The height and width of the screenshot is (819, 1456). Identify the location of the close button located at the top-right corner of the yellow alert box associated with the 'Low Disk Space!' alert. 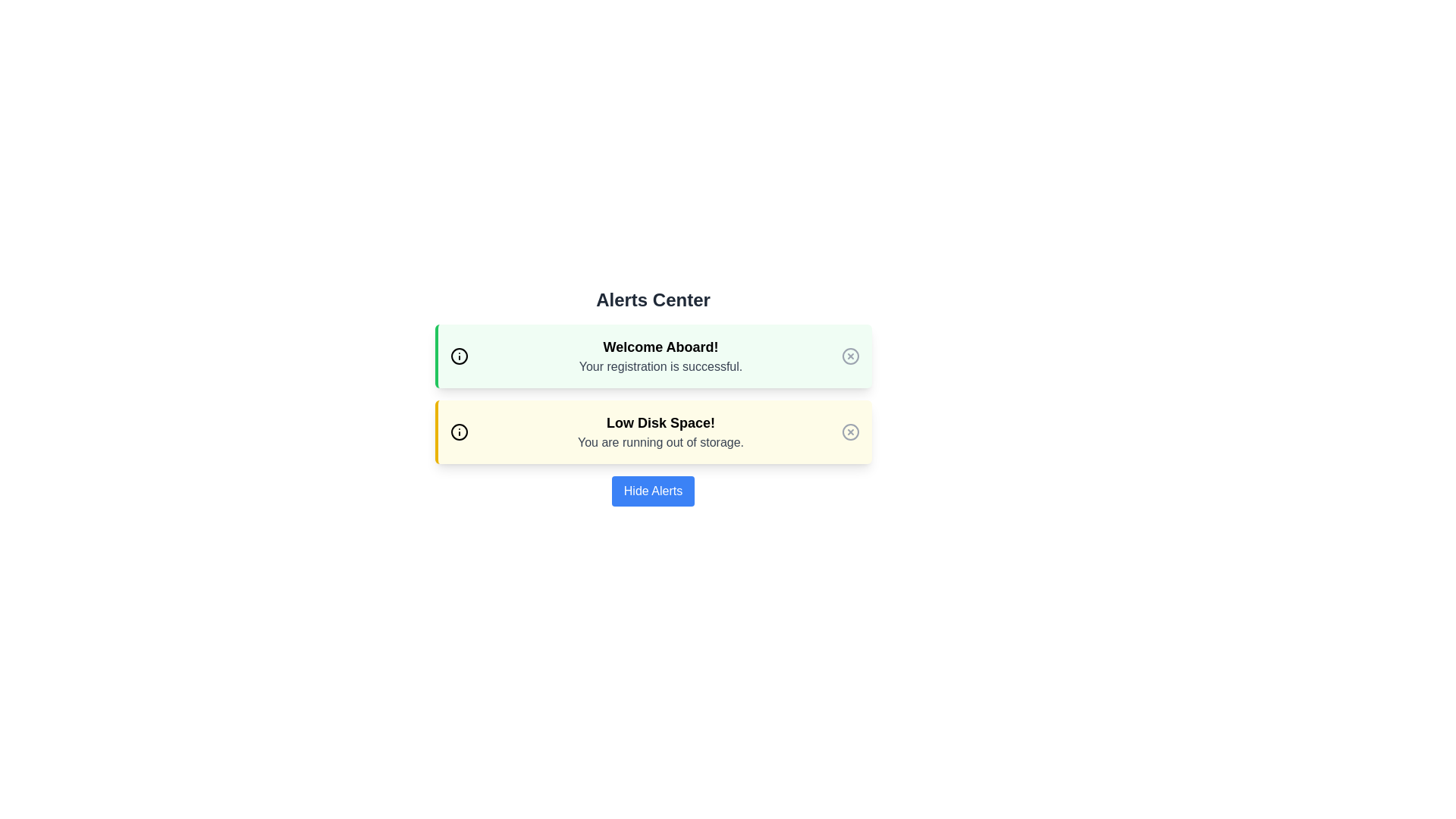
(850, 432).